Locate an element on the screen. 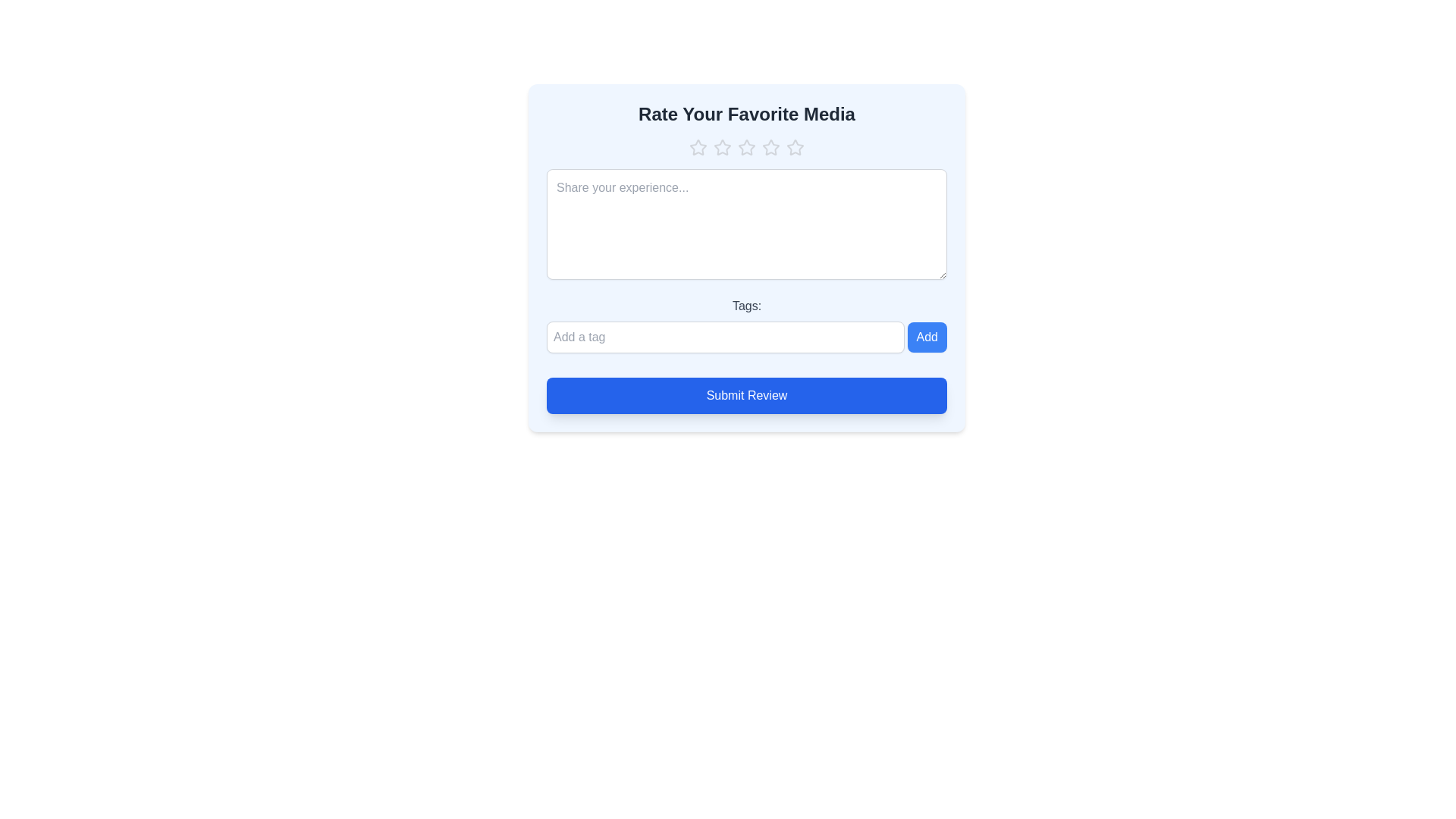 The width and height of the screenshot is (1456, 819). the star in the Rating control located centrally below 'Rate Your Favorite Media' is located at coordinates (746, 148).